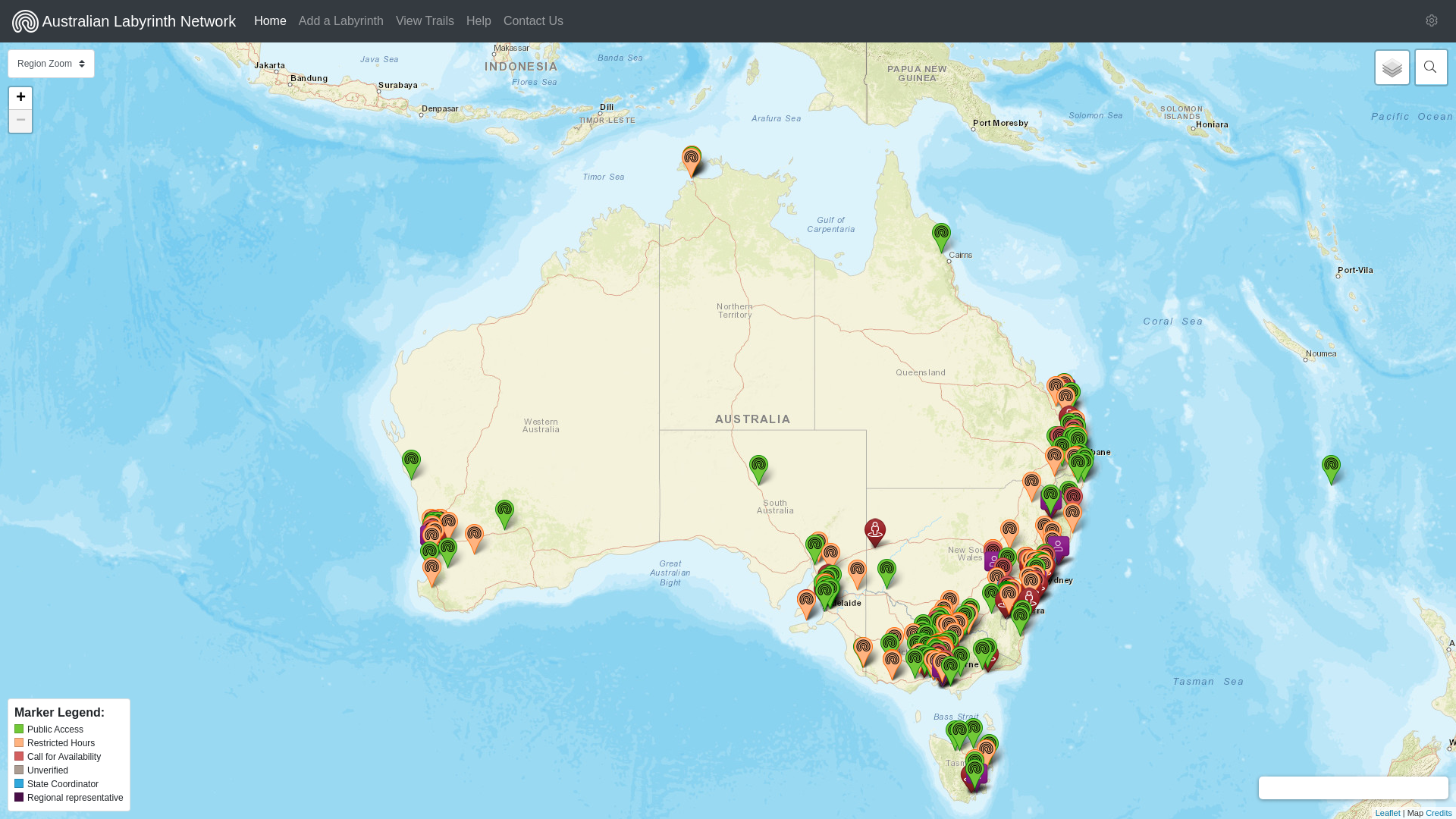  I want to click on 'Australian Labyrinth Network', so click(124, 20).